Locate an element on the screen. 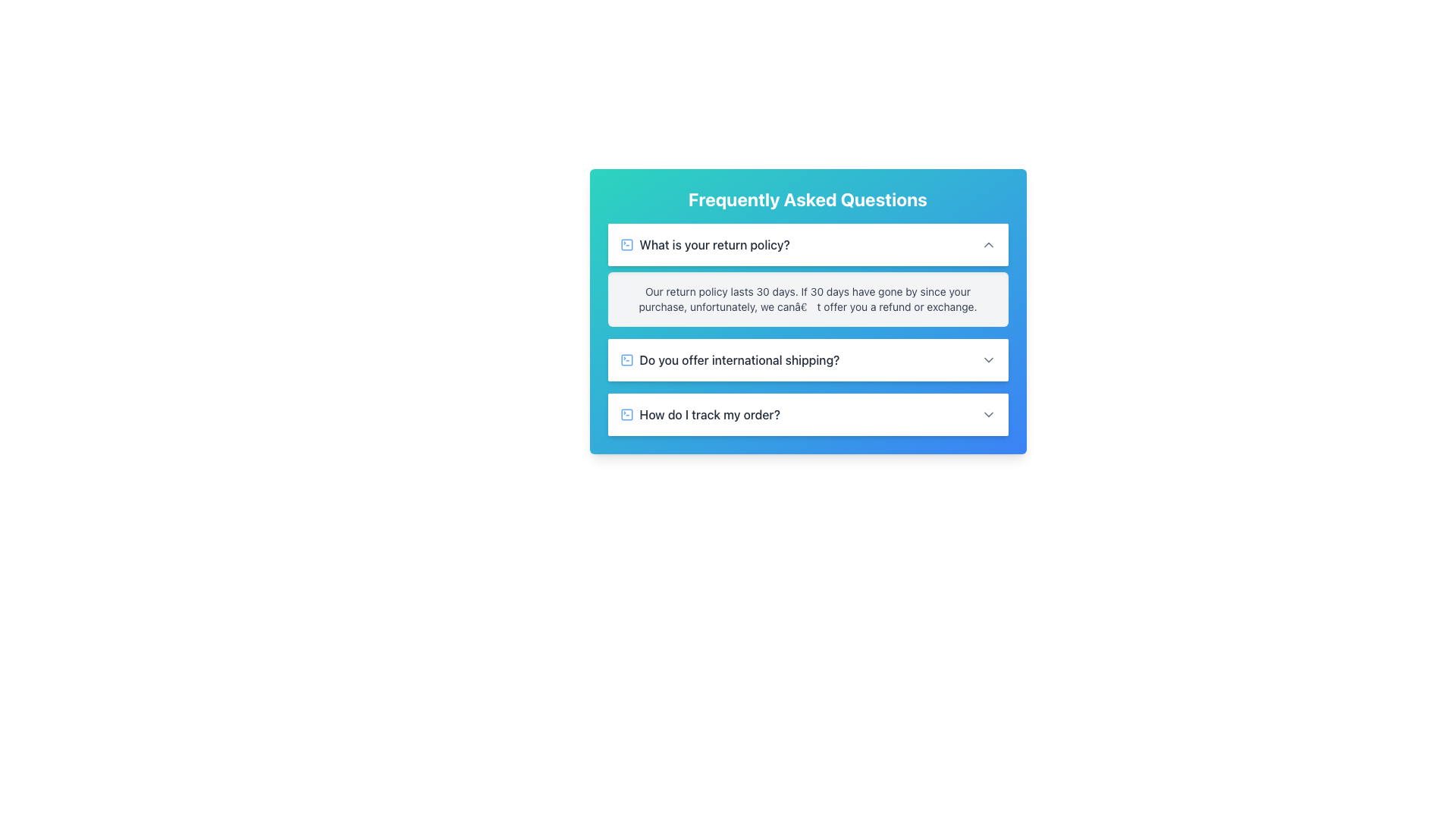 Image resolution: width=1456 pixels, height=819 pixels. the chevron icon at the far-right end of the 'How do I track my order?' FAQ entry to expand or collapse the section is located at coordinates (988, 415).